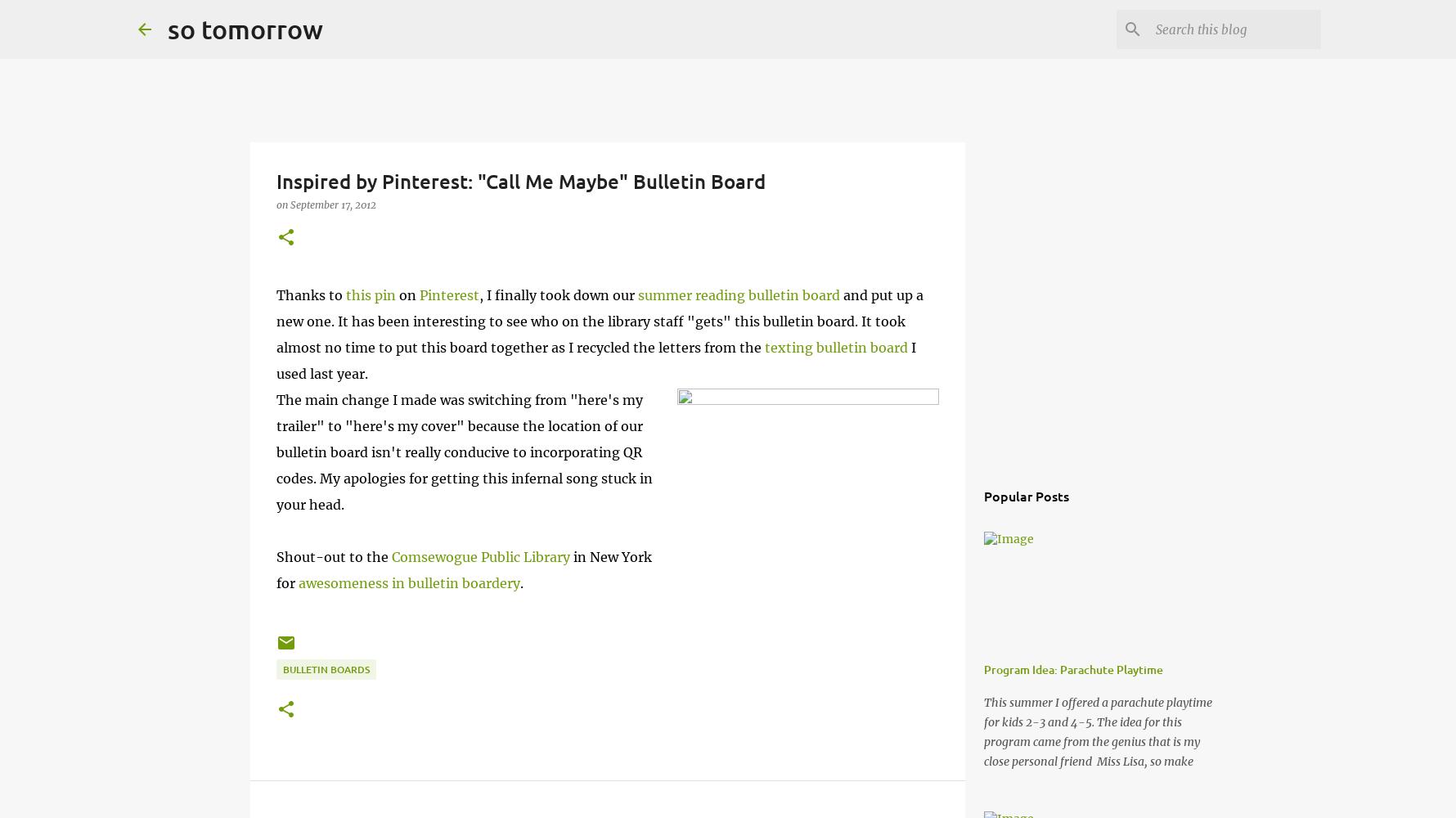 The height and width of the screenshot is (818, 1456). I want to click on 'I used last year.', so click(595, 360).